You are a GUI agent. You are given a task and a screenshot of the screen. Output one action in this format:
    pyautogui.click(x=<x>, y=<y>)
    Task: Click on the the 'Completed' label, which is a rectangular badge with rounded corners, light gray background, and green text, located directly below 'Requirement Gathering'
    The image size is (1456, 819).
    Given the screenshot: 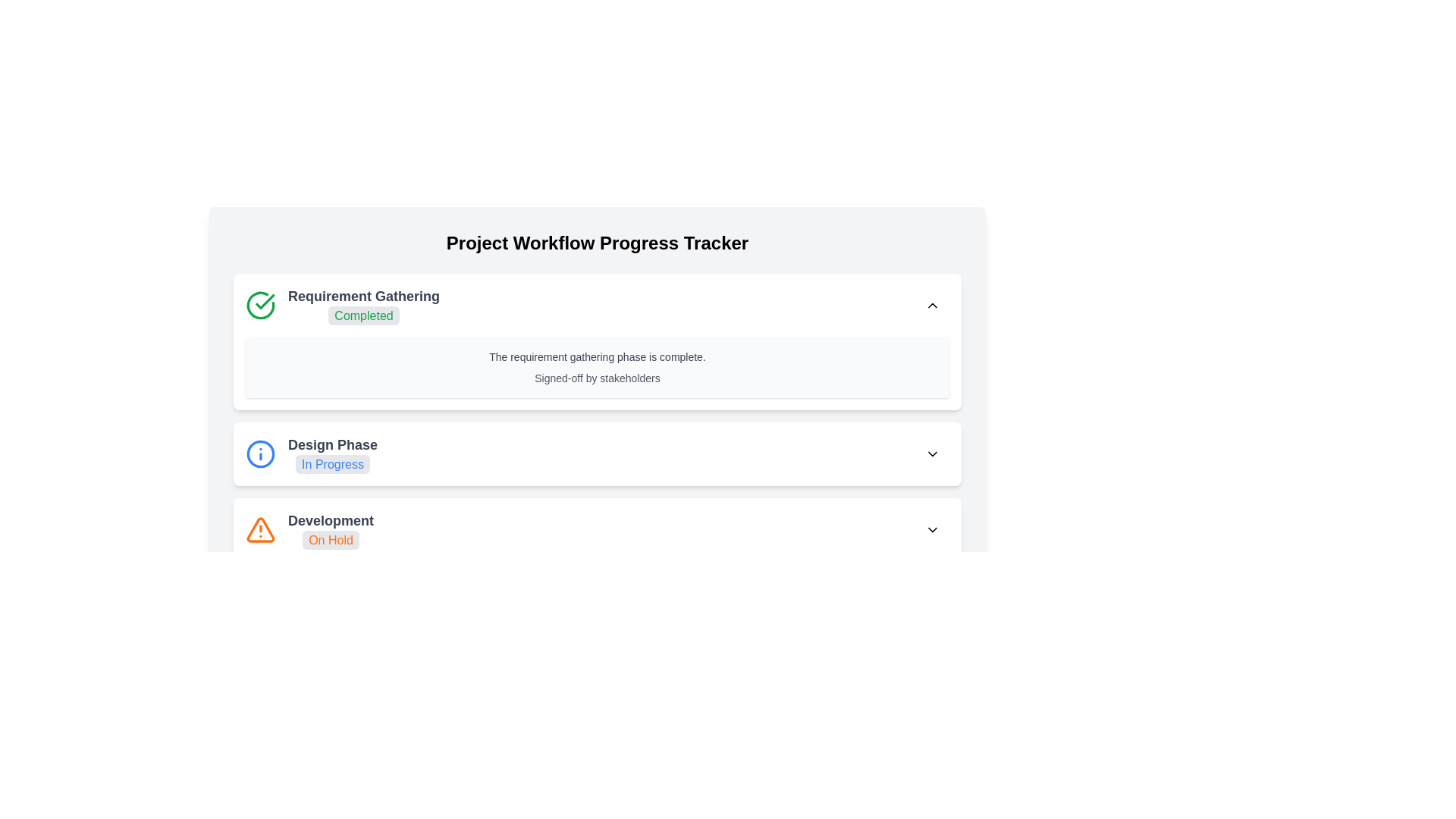 What is the action you would take?
    pyautogui.click(x=364, y=305)
    